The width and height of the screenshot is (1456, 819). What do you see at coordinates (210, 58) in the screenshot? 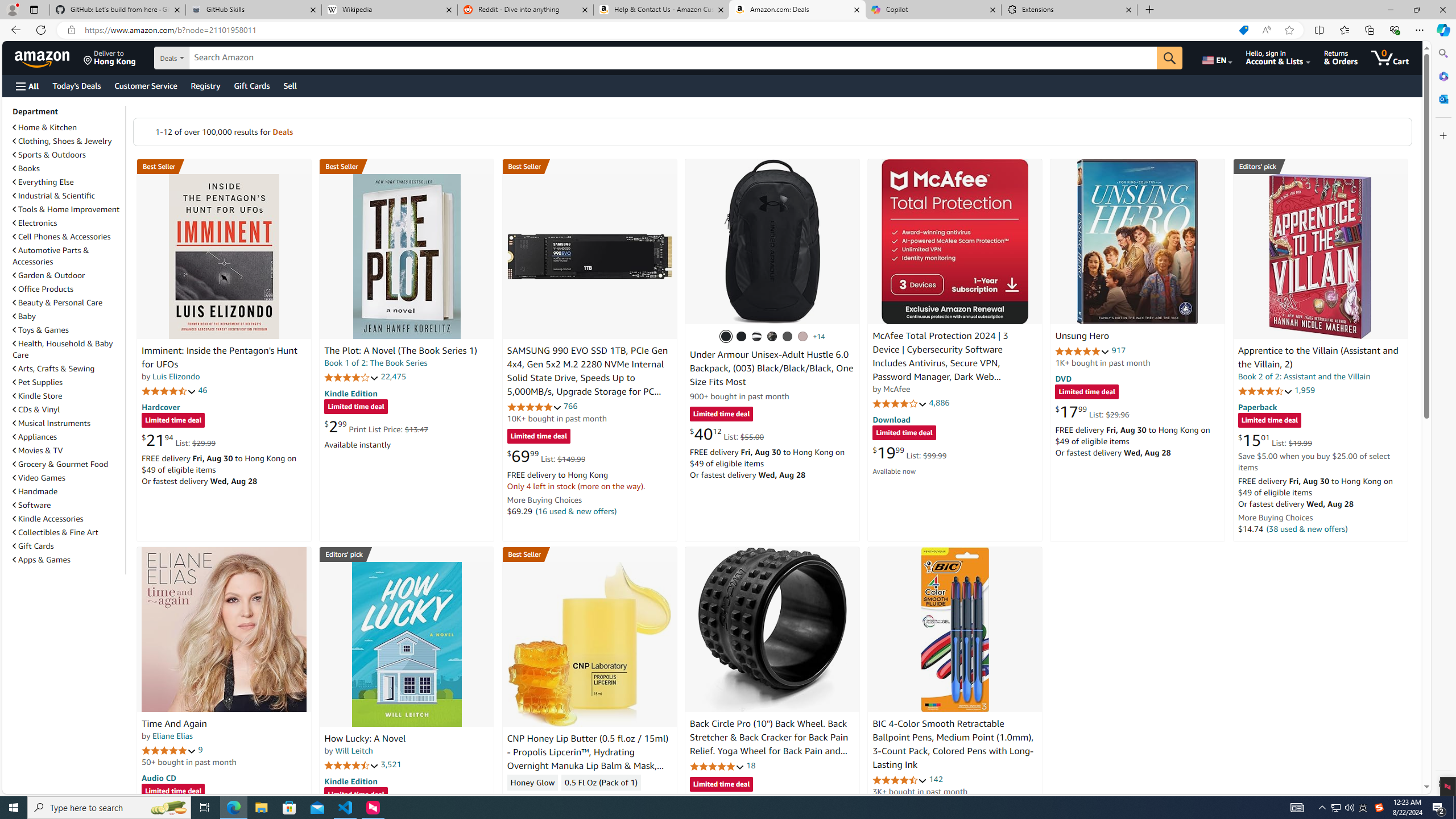
I see `'Search in'` at bounding box center [210, 58].